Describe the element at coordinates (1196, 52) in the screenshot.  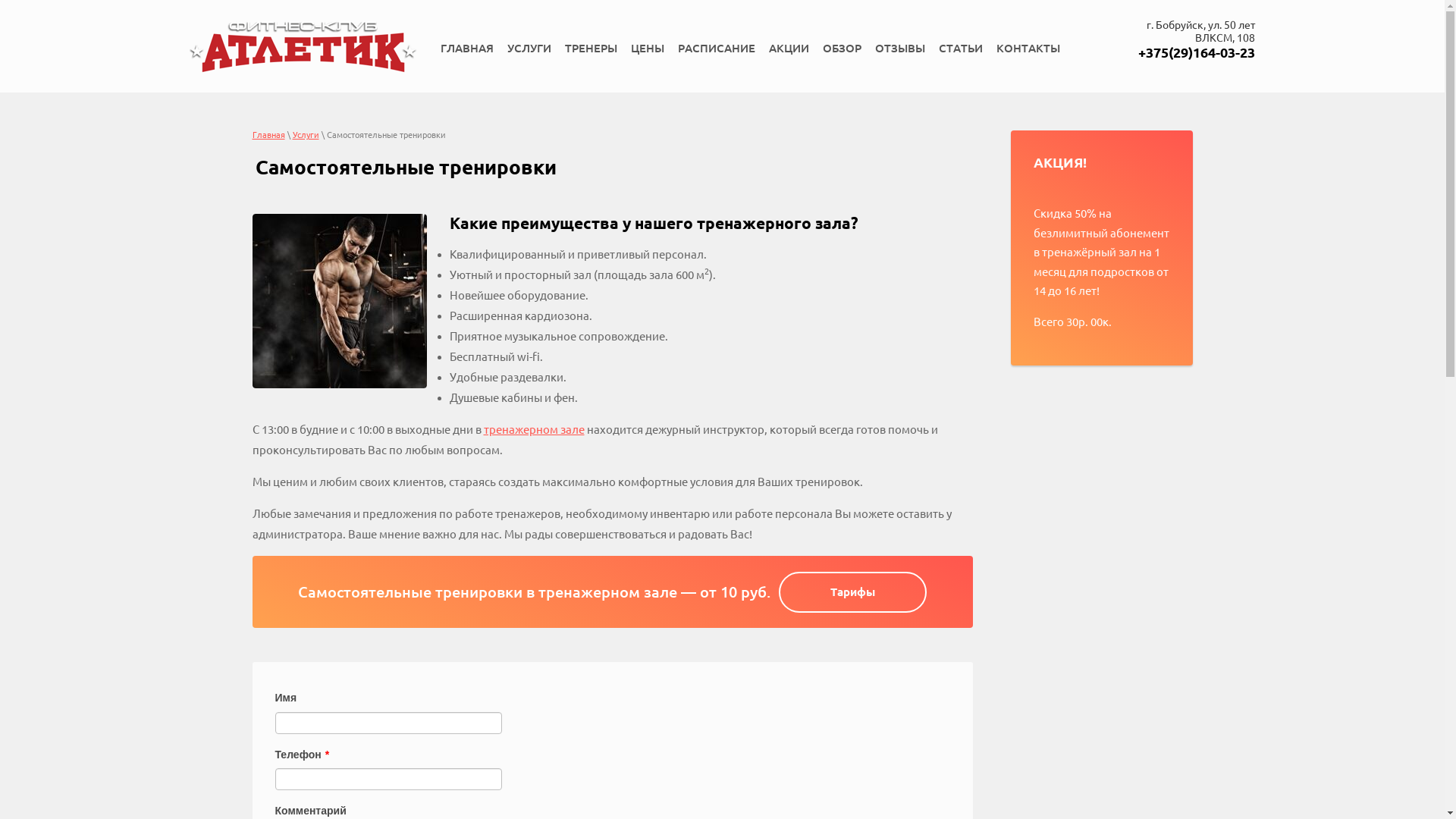
I see `'+375(29)164-03-23'` at that location.